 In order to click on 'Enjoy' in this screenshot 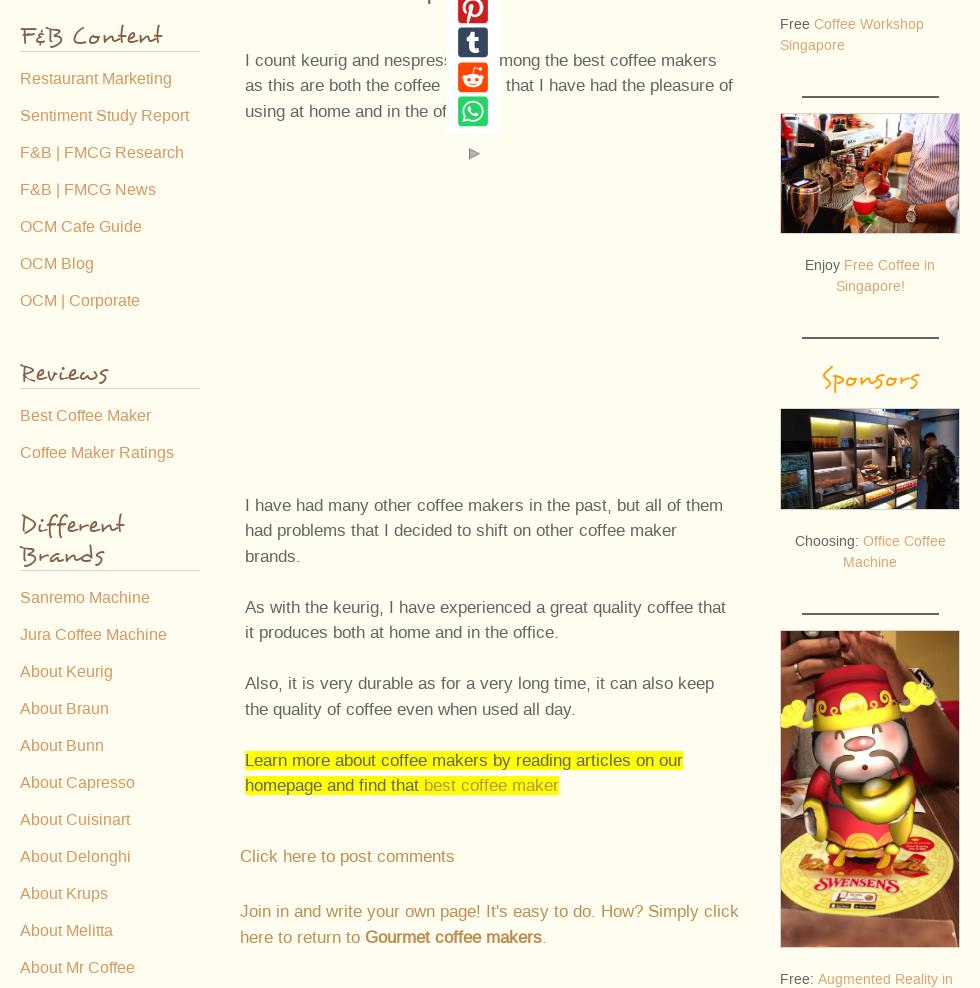, I will do `click(824, 263)`.